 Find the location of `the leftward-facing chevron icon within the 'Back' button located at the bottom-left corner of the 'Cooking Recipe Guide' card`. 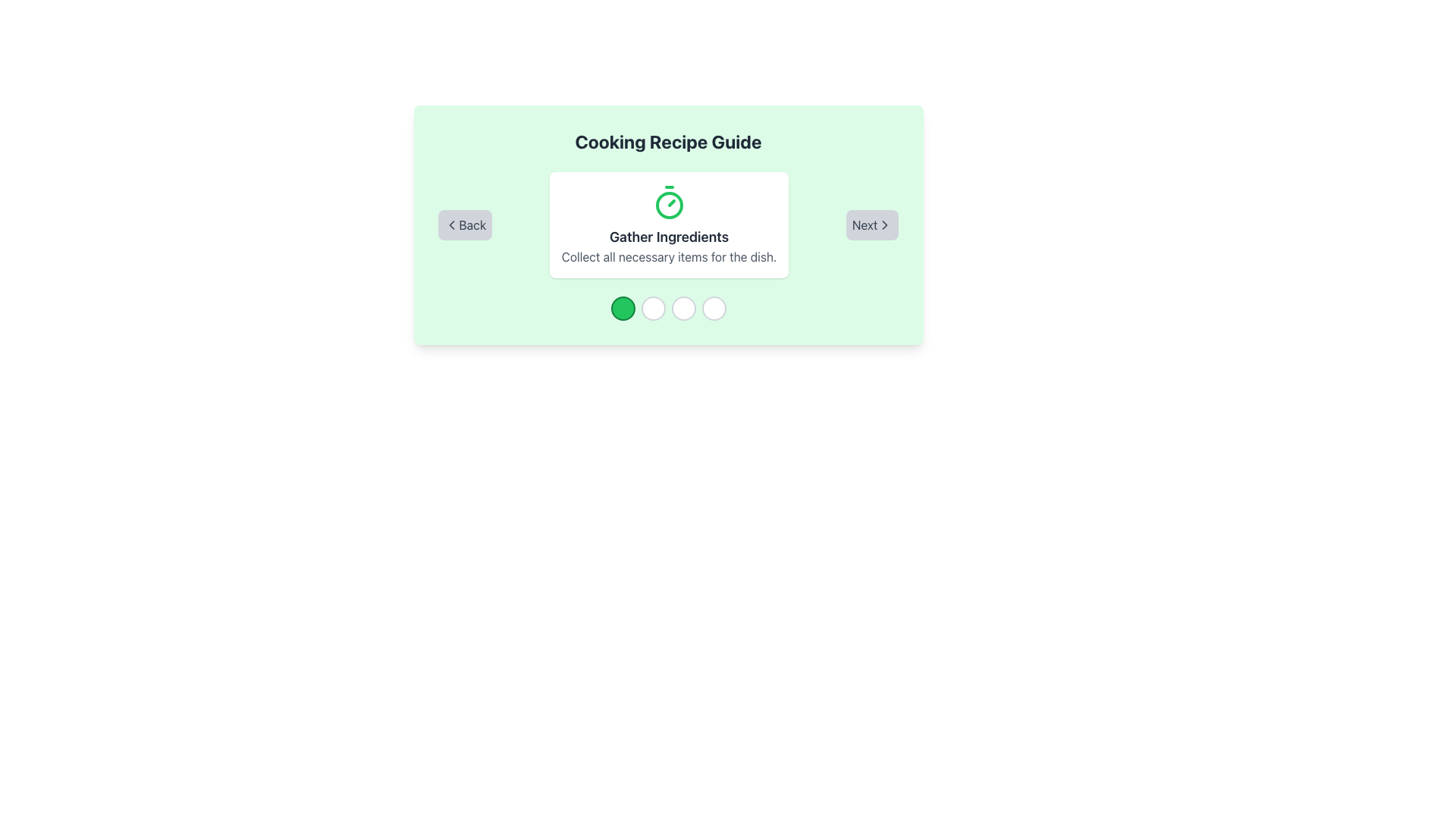

the leftward-facing chevron icon within the 'Back' button located at the bottom-left corner of the 'Cooking Recipe Guide' card is located at coordinates (450, 225).